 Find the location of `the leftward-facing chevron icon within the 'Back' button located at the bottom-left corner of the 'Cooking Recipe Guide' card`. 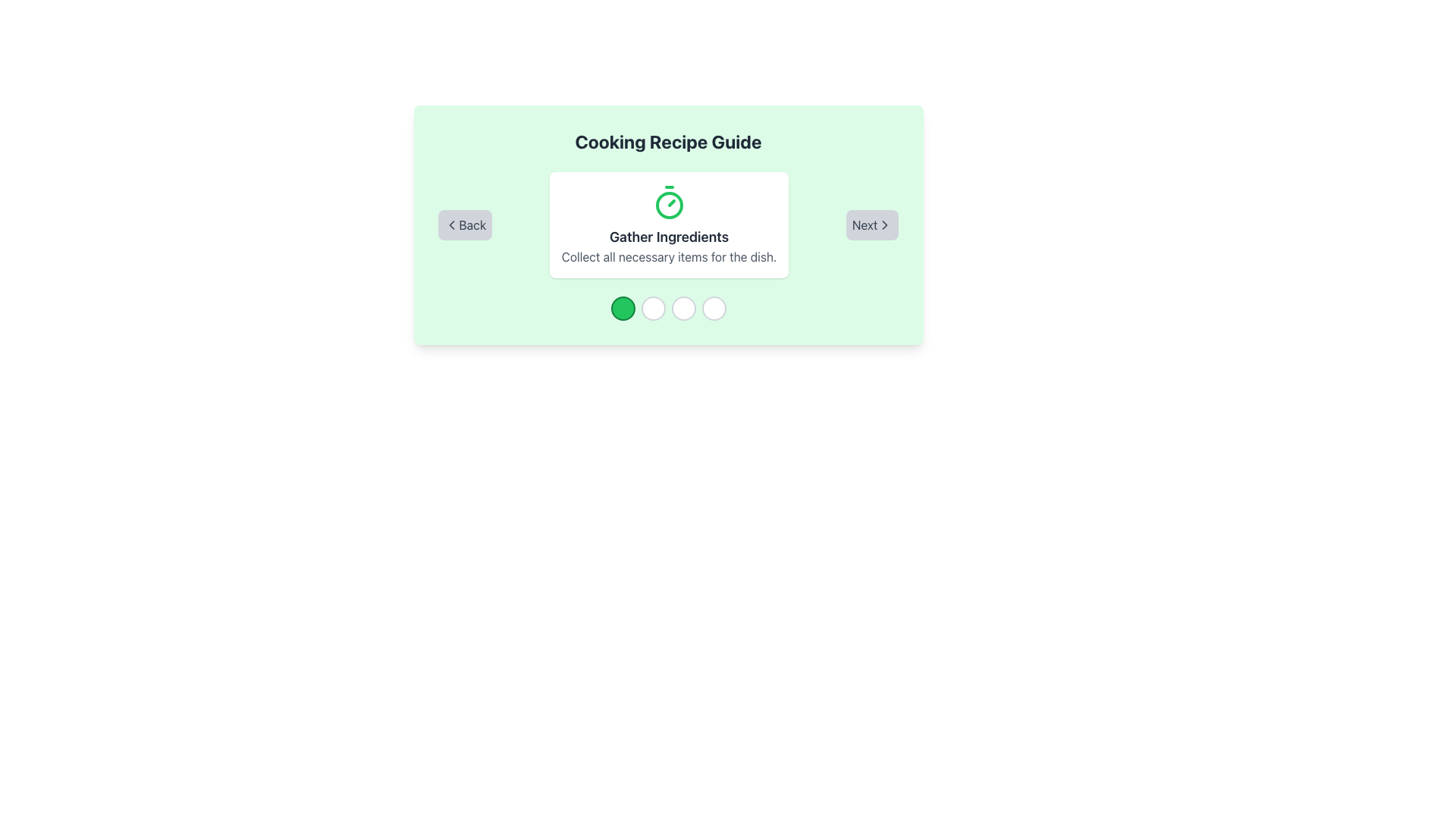

the leftward-facing chevron icon within the 'Back' button located at the bottom-left corner of the 'Cooking Recipe Guide' card is located at coordinates (450, 225).